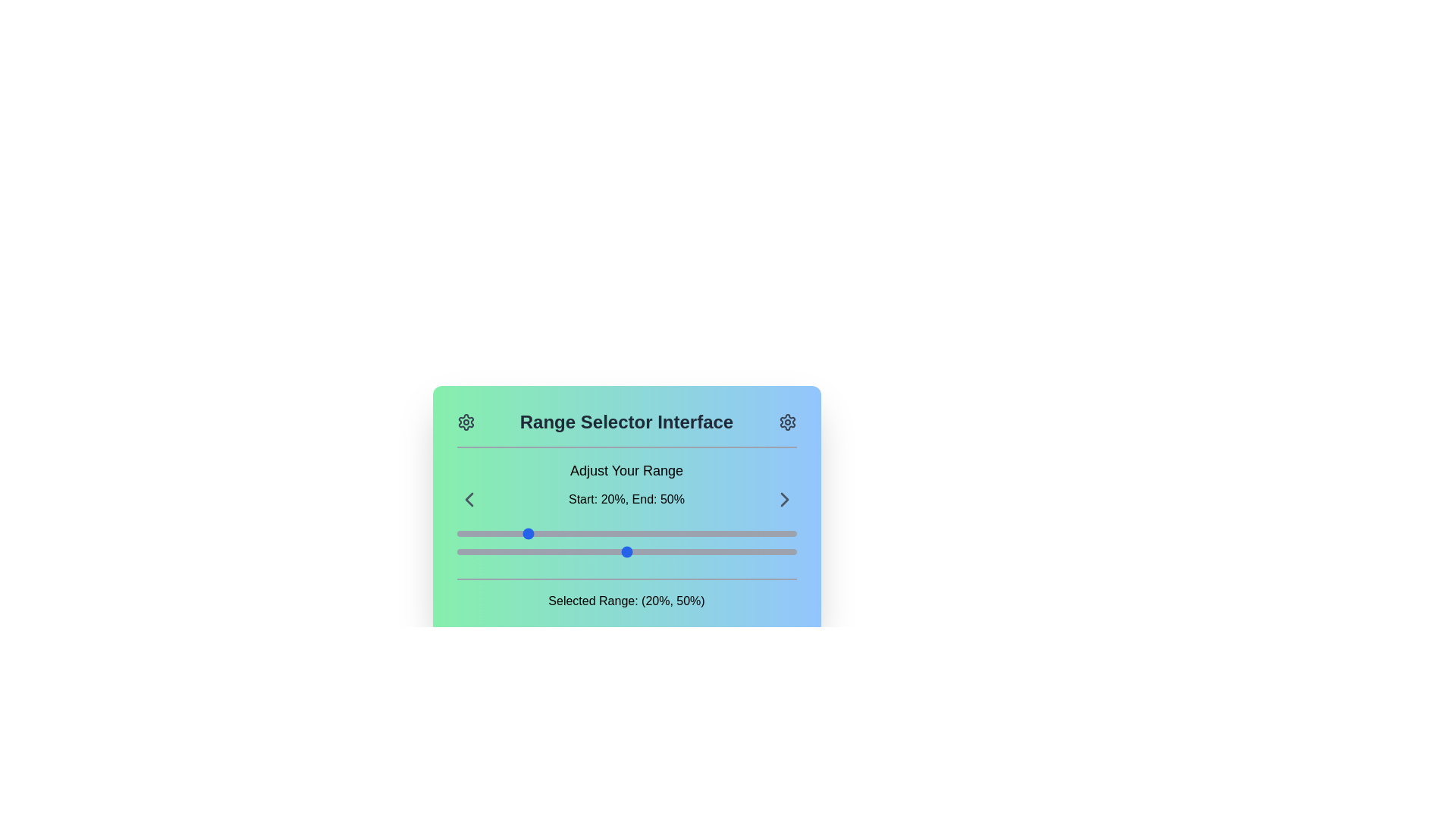  Describe the element at coordinates (465, 422) in the screenshot. I see `the cog-shaped settings icon located near the top-right corner of the 'Range Selector Interface'` at that location.